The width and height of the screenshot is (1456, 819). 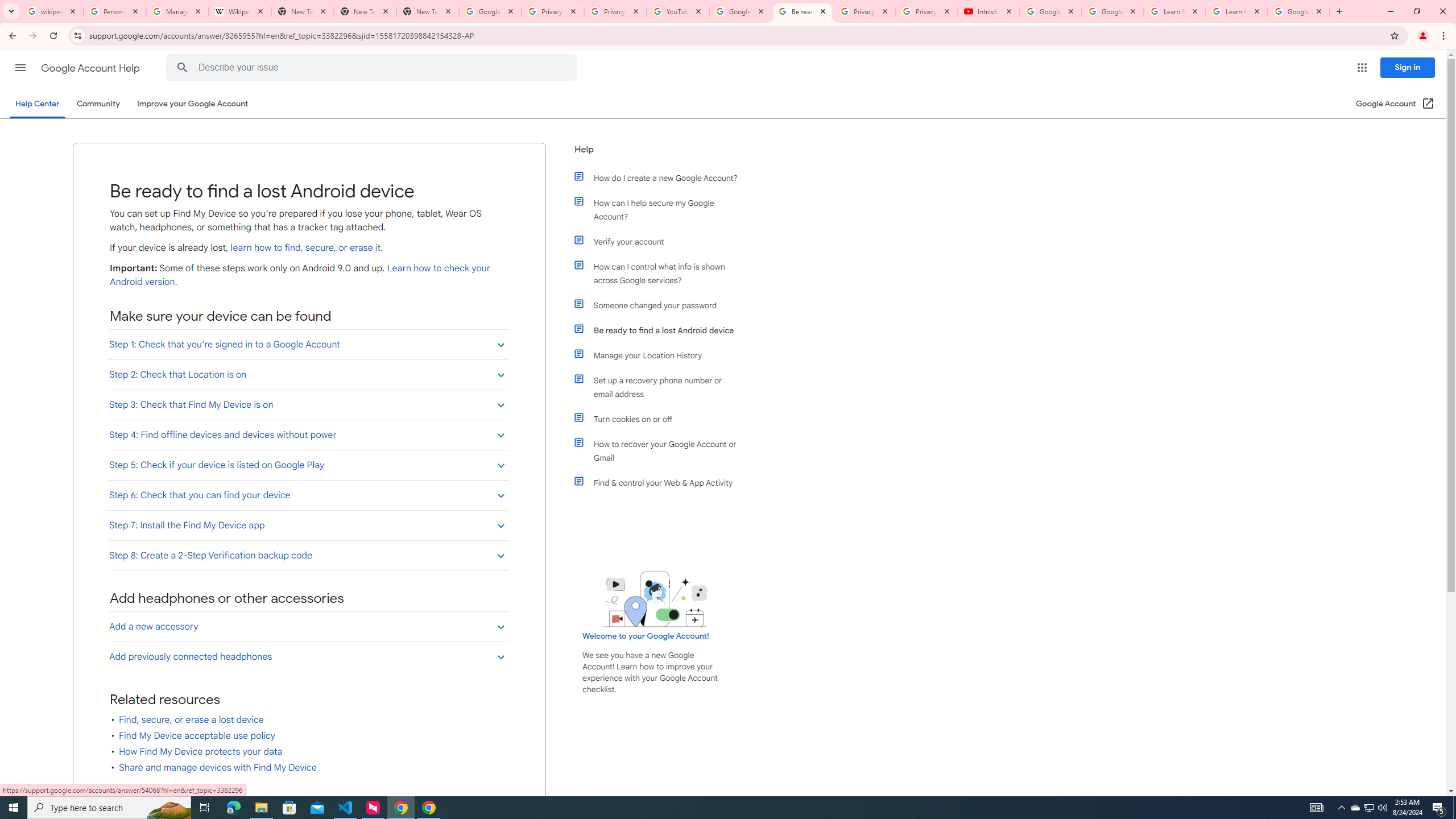 I want to click on 'Learn how to check your Android version', so click(x=299, y=274).